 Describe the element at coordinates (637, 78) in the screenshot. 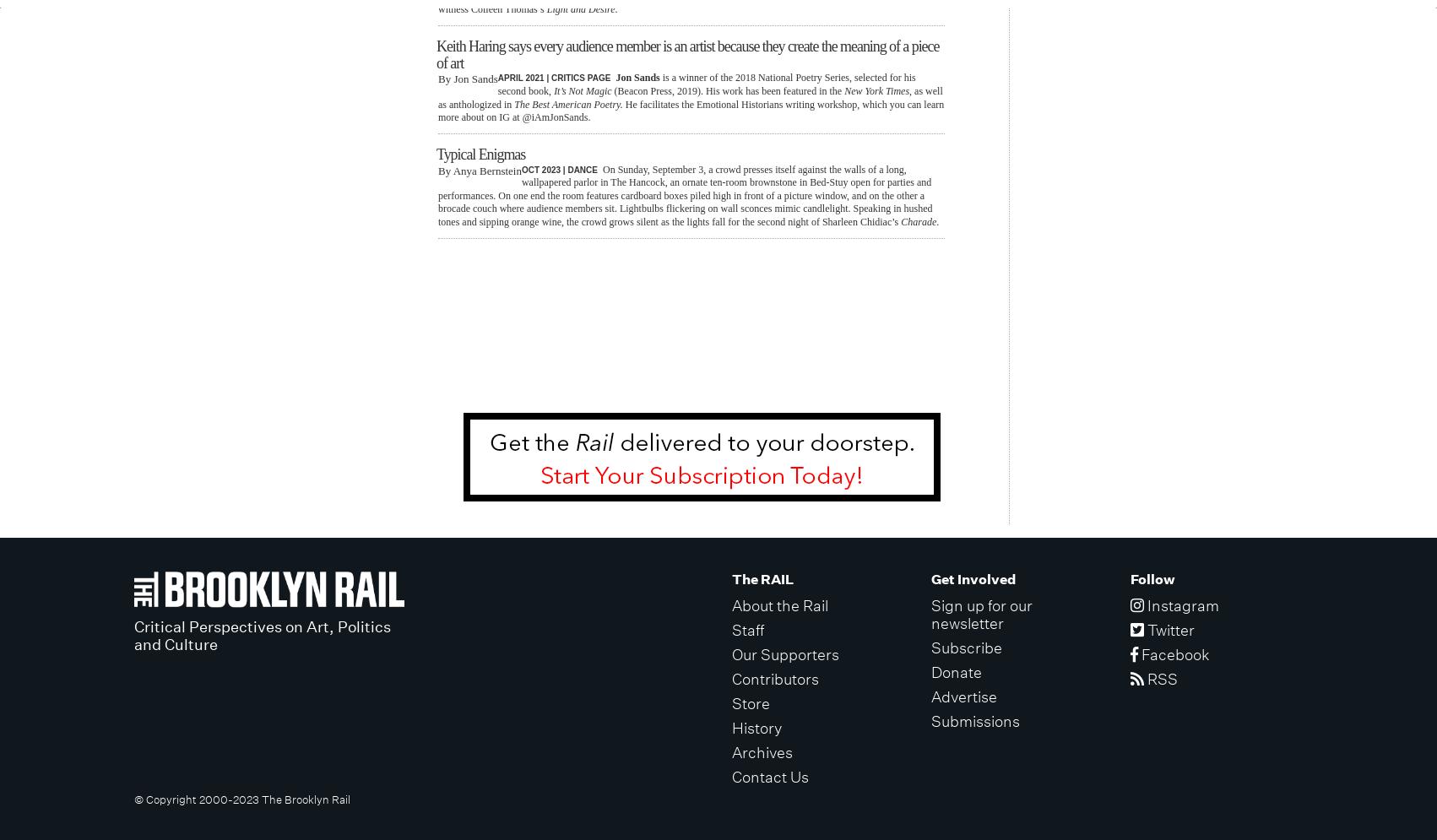

I see `'Jon Sands'` at that location.